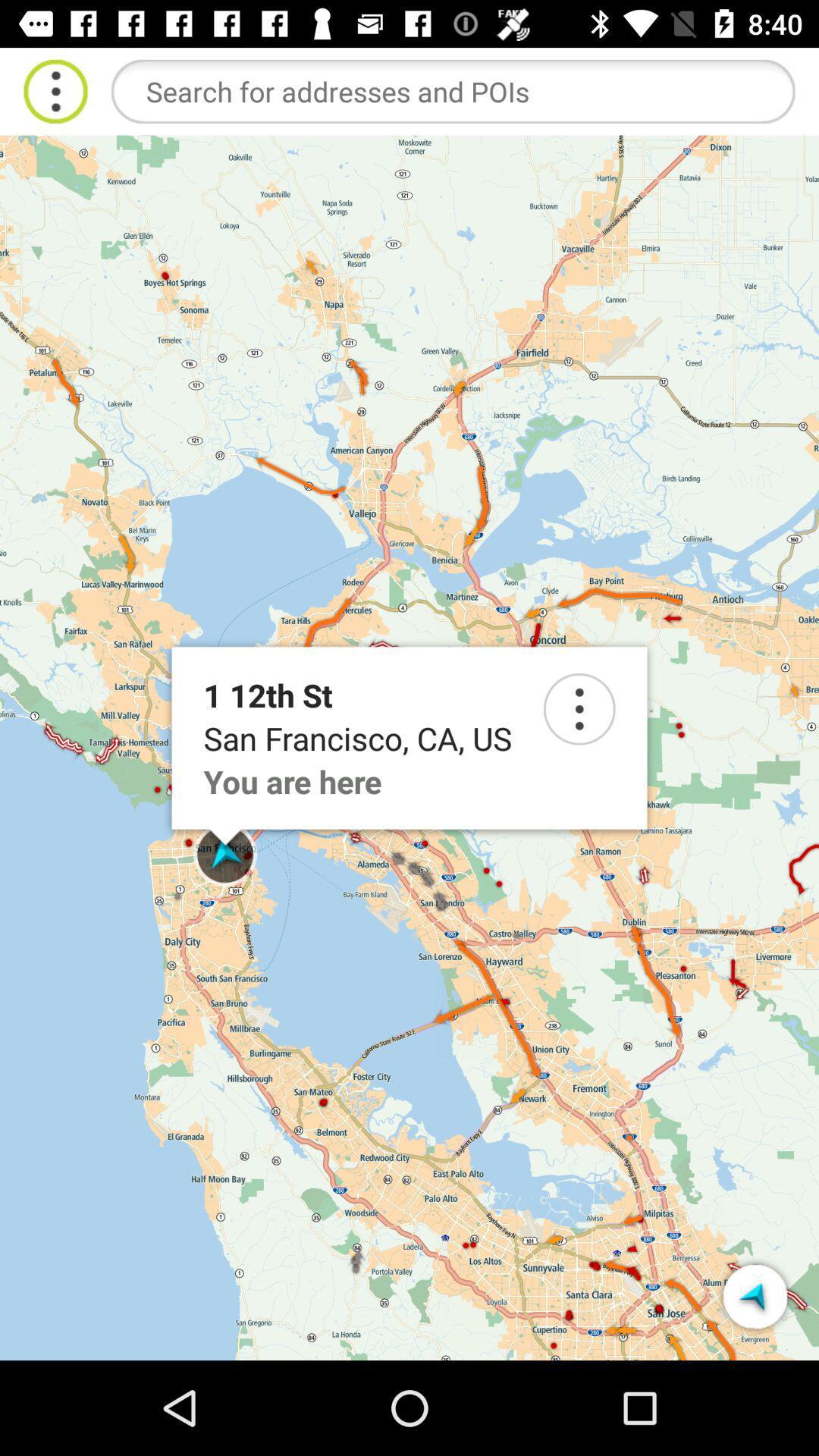  I want to click on search for addresses and pois, so click(452, 90).